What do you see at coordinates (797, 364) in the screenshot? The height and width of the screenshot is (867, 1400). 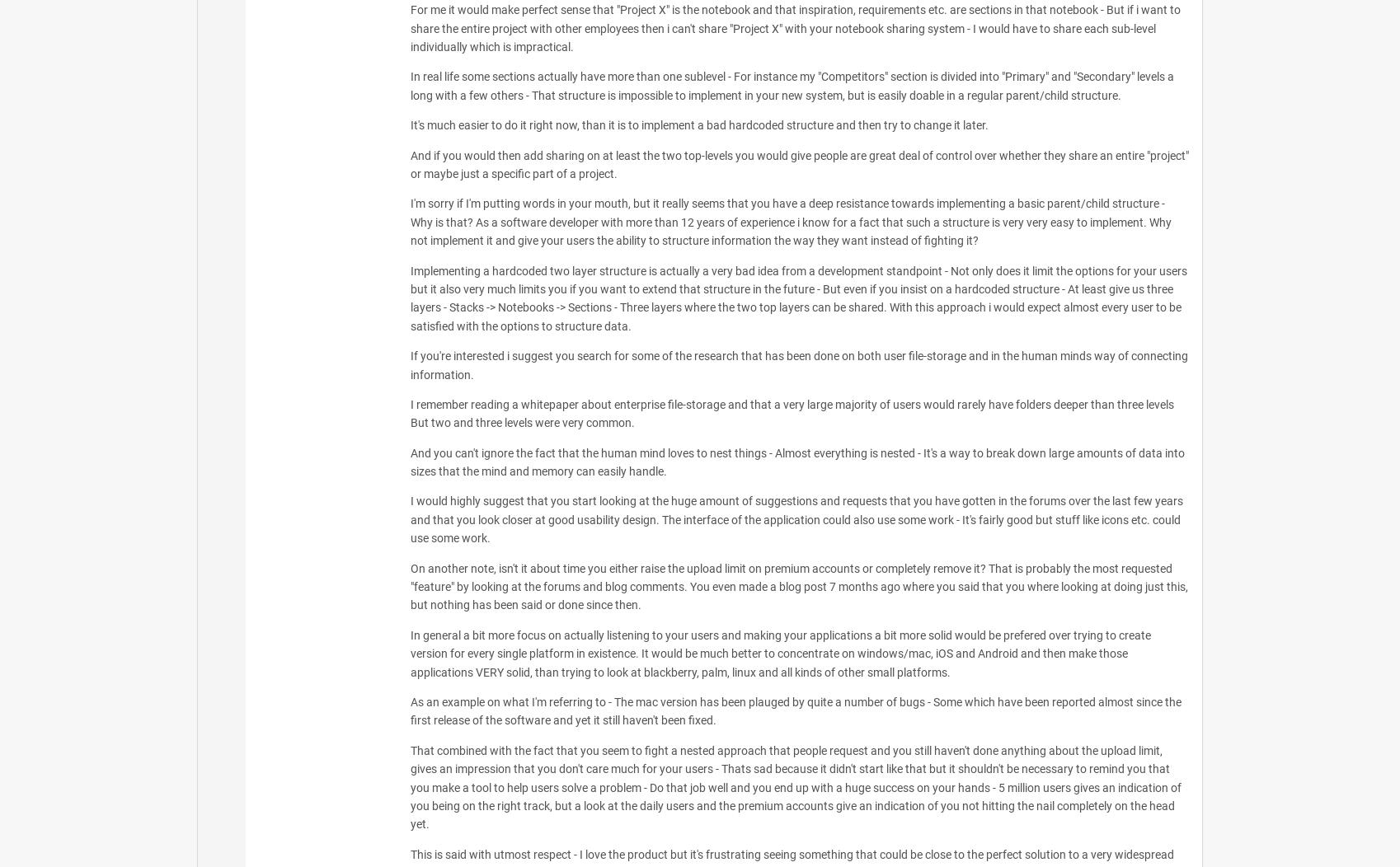 I see `'If you're interested i suggest you search for some of the research that has been done on both user file-storage and in the human minds way of connecting information.'` at bounding box center [797, 364].